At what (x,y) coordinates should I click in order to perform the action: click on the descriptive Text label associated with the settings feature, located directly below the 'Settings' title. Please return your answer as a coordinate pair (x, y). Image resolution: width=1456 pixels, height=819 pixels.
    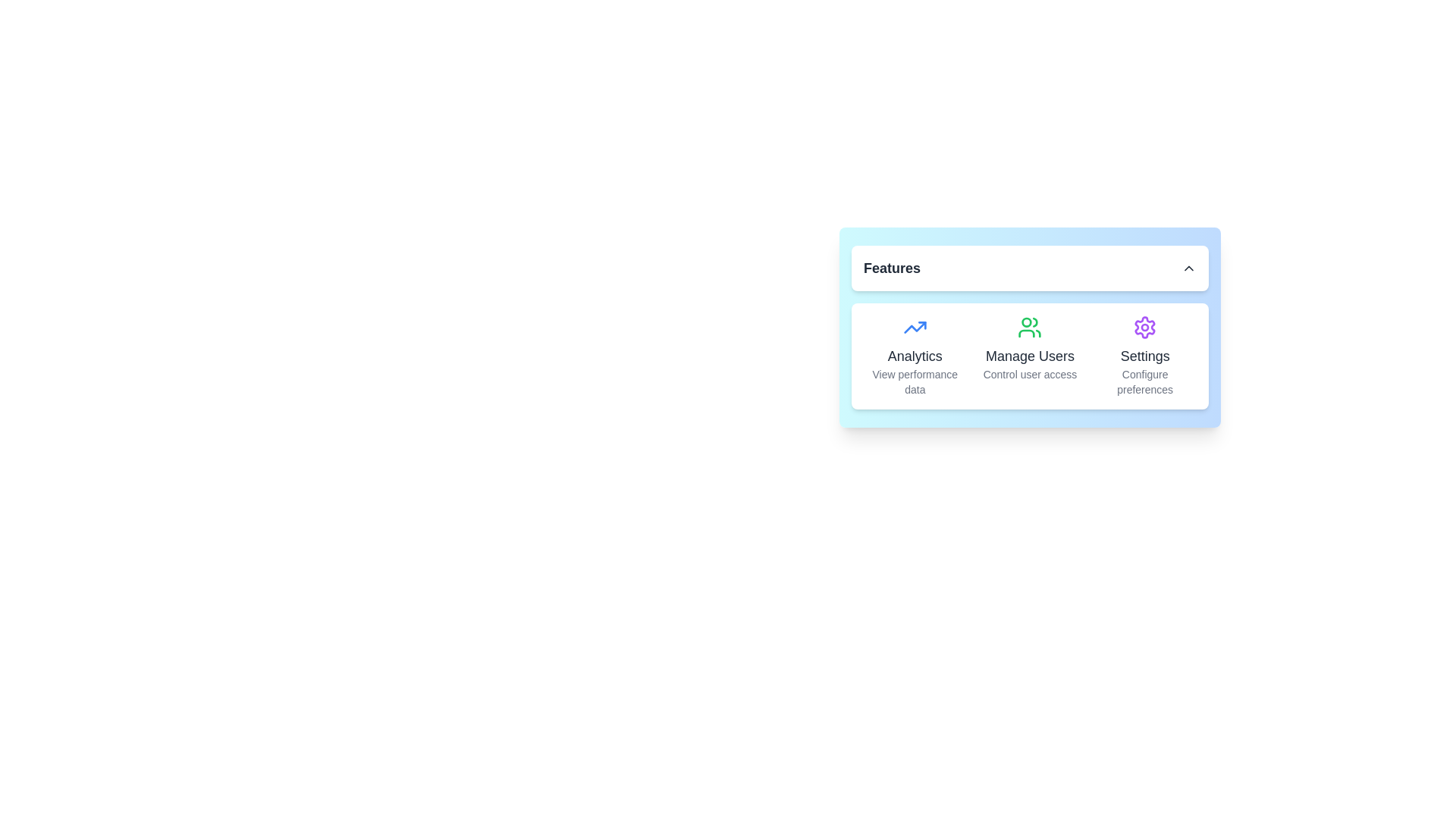
    Looking at the image, I should click on (1145, 381).